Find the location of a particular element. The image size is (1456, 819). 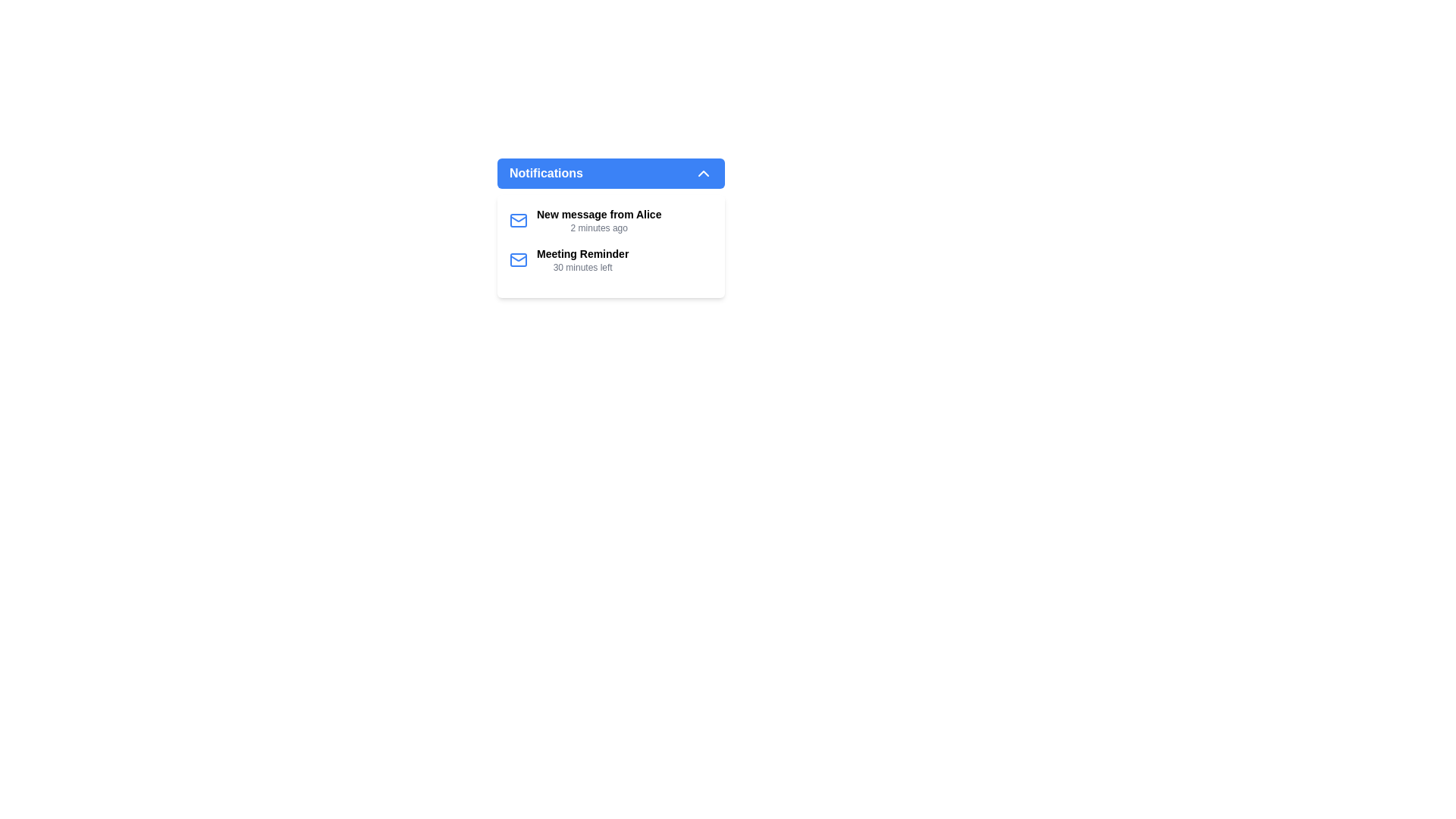

the email or message notification icon for 'Meeting Reminder', which is located directly to the left of the text 'Meeting Reminder 30 minutes left' is located at coordinates (519, 259).